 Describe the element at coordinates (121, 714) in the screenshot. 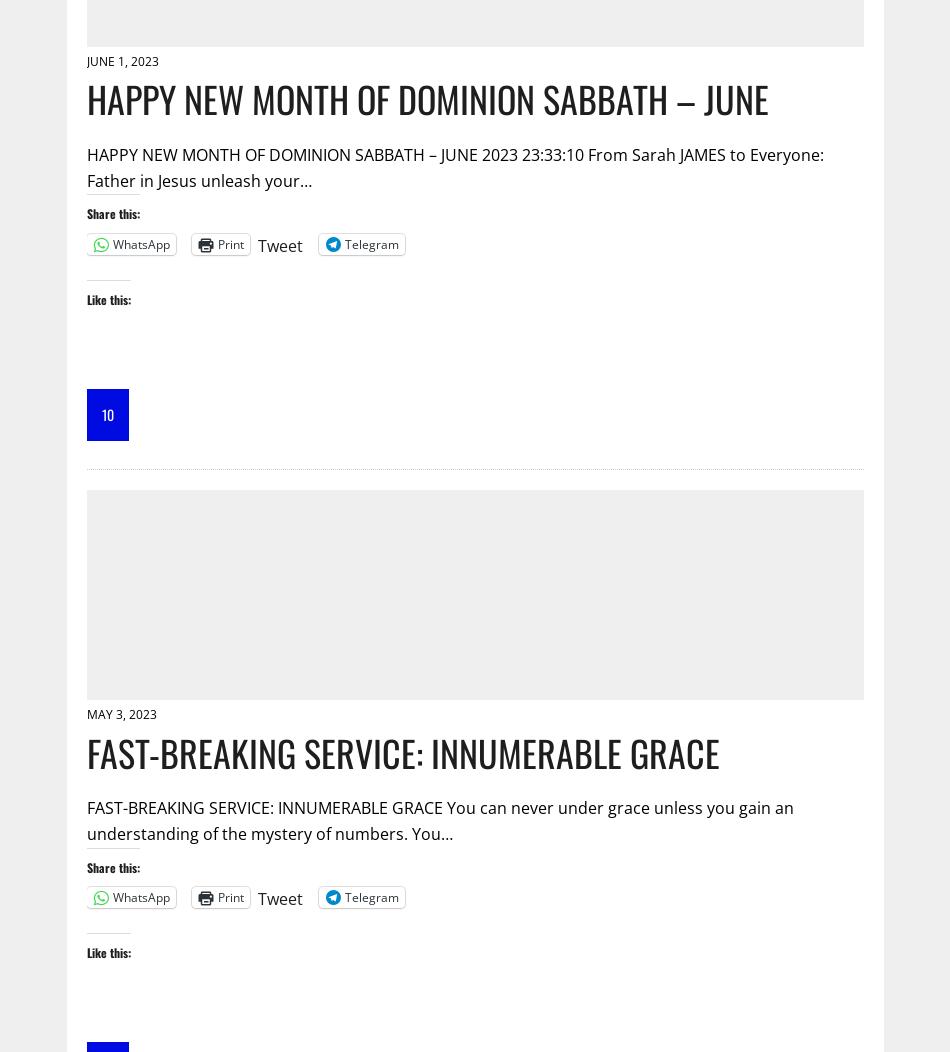

I see `'May 3, 2023'` at that location.